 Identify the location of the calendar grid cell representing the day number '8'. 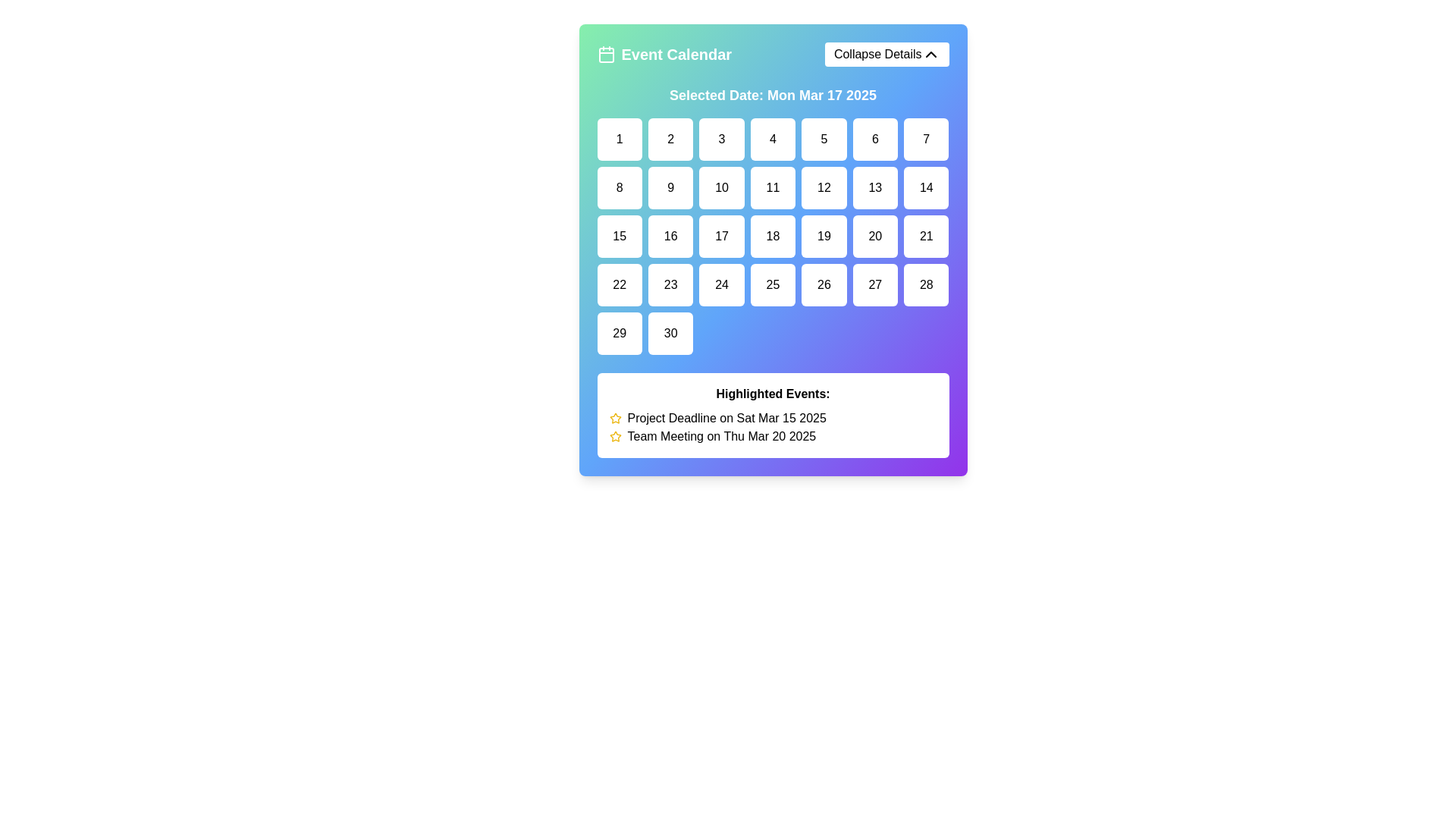
(620, 187).